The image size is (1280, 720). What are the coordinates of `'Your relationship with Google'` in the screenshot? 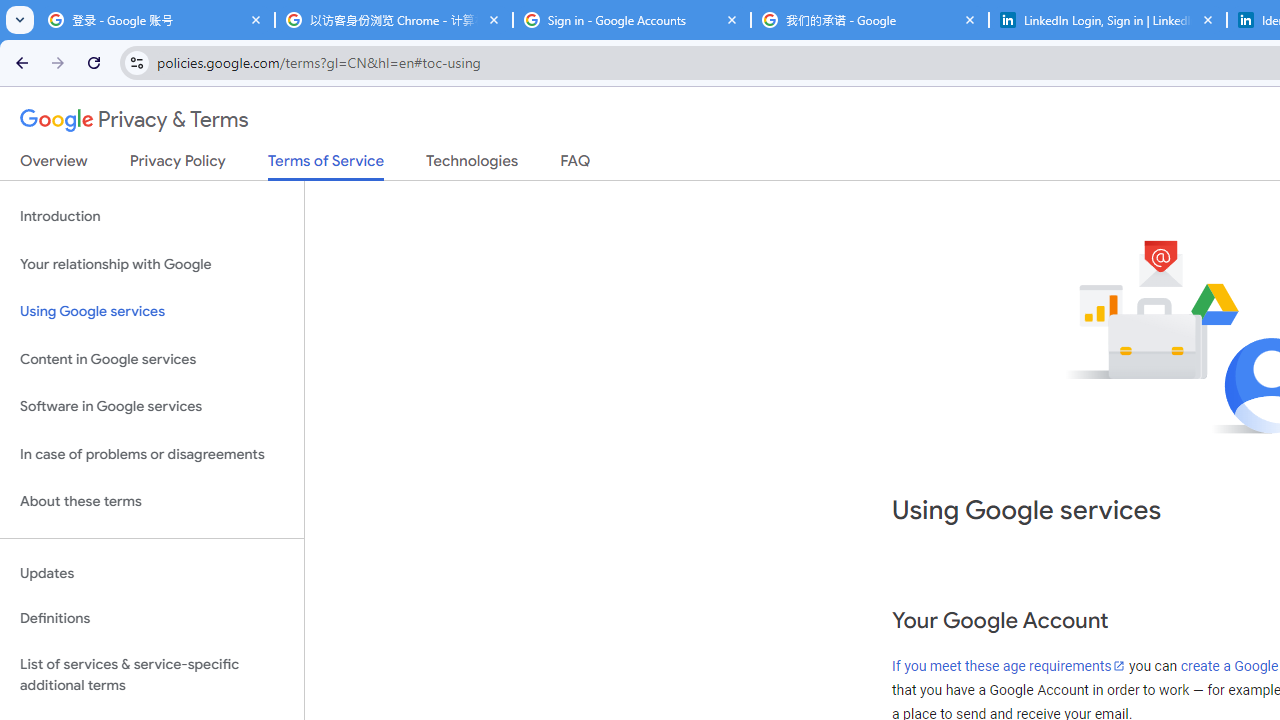 It's located at (151, 263).